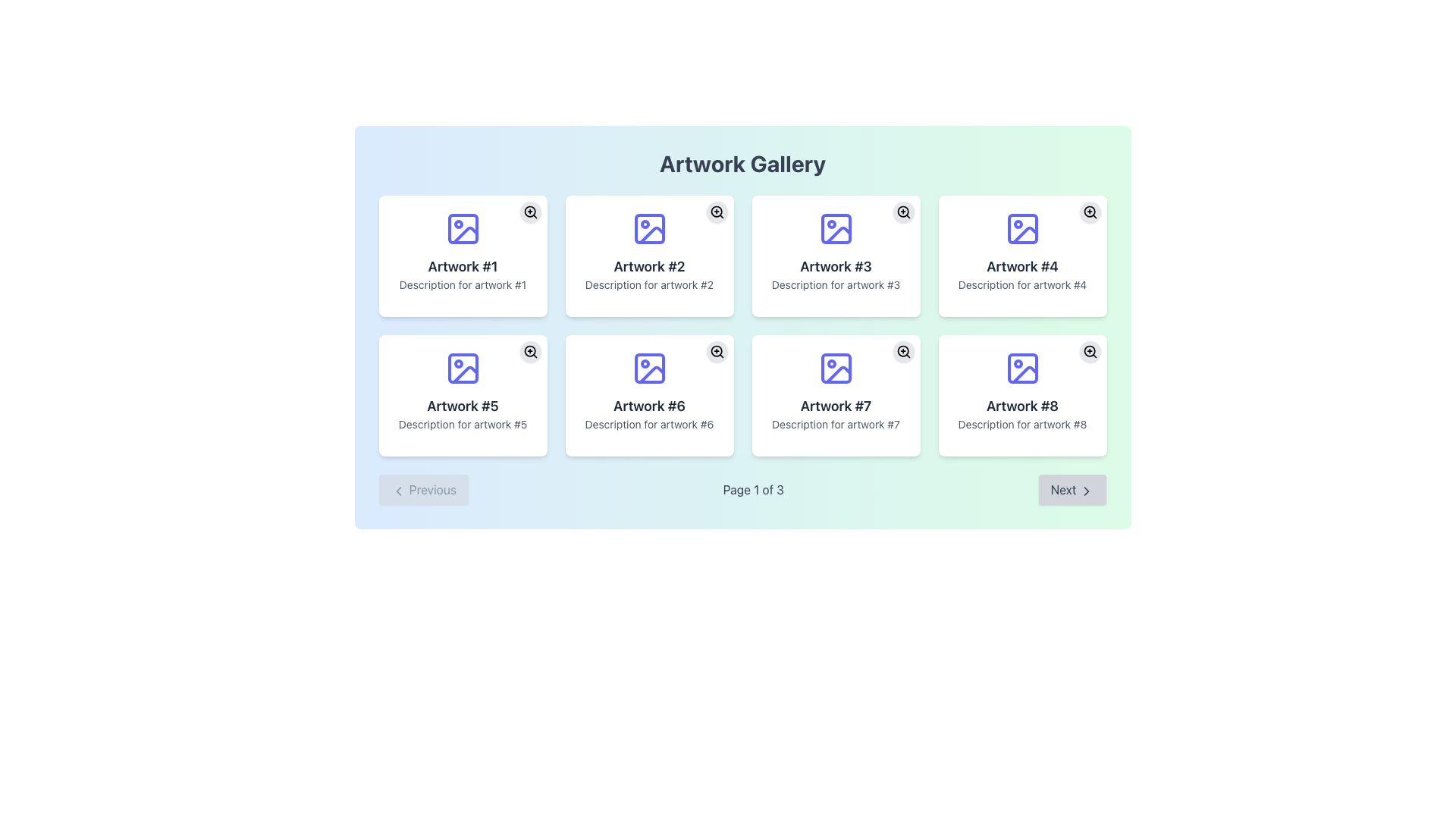  What do you see at coordinates (462, 369) in the screenshot?
I see `background of the image icon representing 'Artwork #5', which features a mountain shape and a circular sun, by opening the developer tools` at bounding box center [462, 369].